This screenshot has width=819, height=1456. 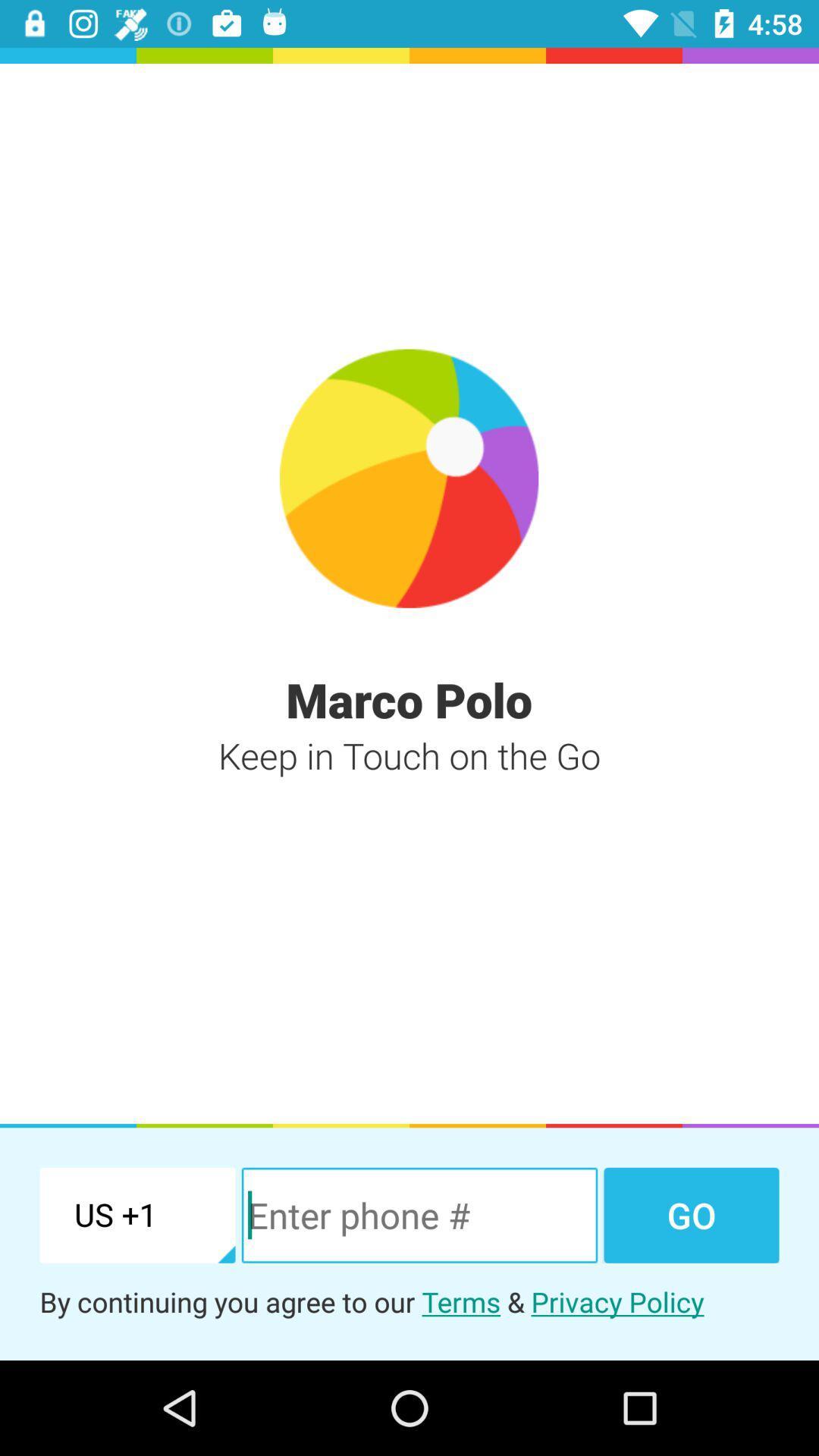 What do you see at coordinates (419, 1215) in the screenshot?
I see `icon next to the us +1 item` at bounding box center [419, 1215].